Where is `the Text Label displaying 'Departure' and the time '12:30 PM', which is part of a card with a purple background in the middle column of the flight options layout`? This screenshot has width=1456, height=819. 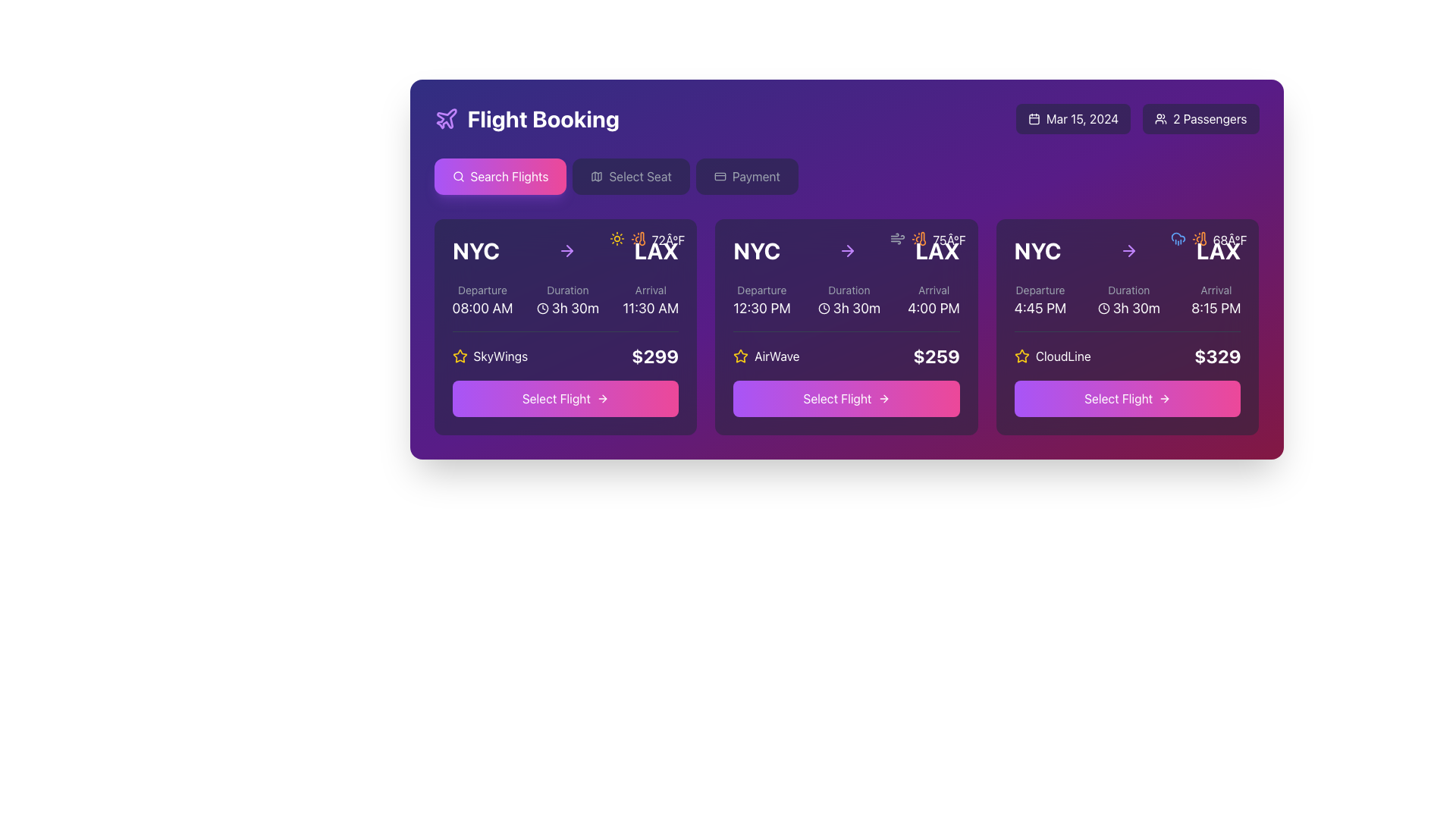
the Text Label displaying 'Departure' and the time '12:30 PM', which is part of a card with a purple background in the middle column of the flight options layout is located at coordinates (761, 301).